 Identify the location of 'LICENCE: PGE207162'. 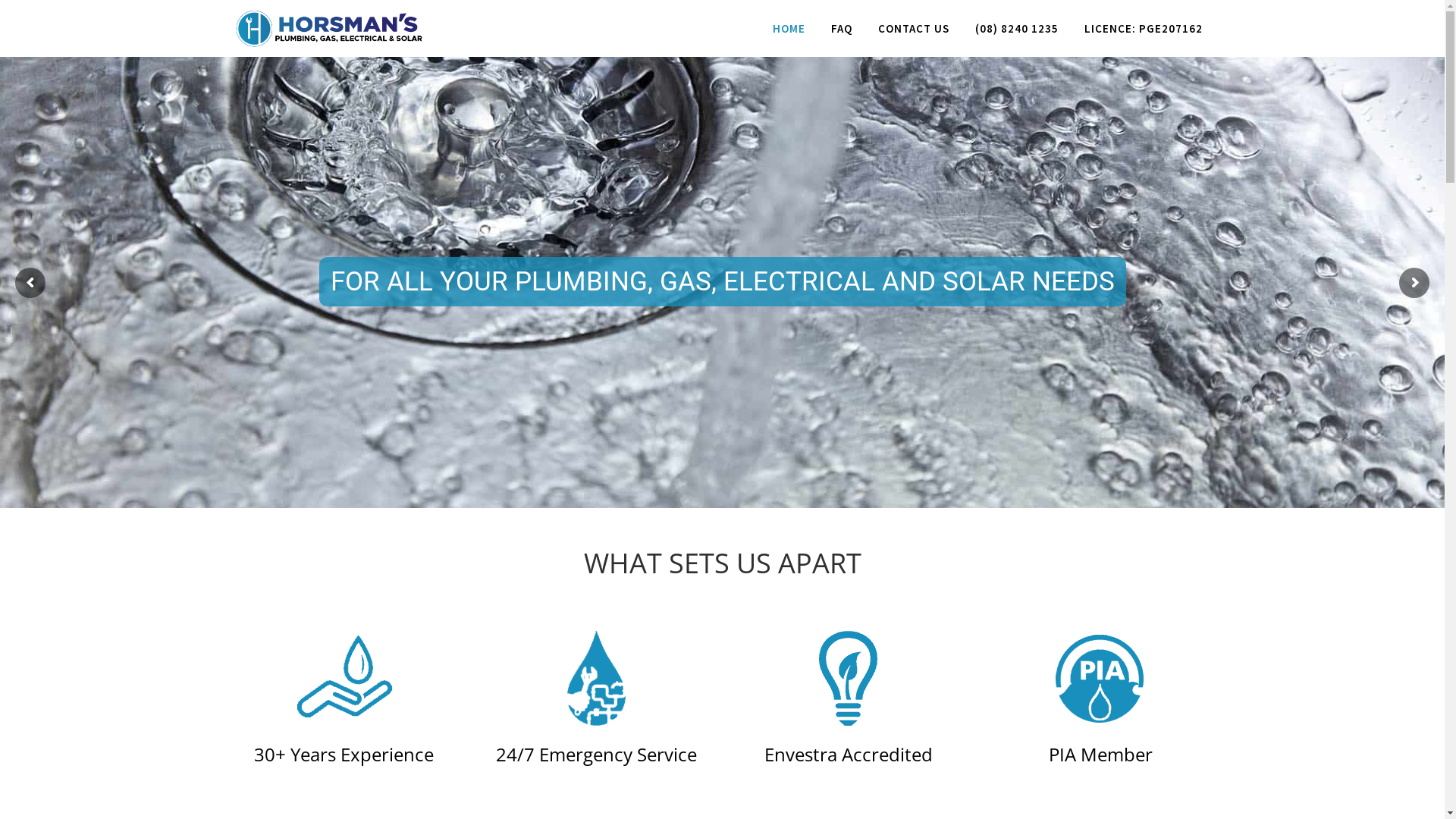
(1143, 28).